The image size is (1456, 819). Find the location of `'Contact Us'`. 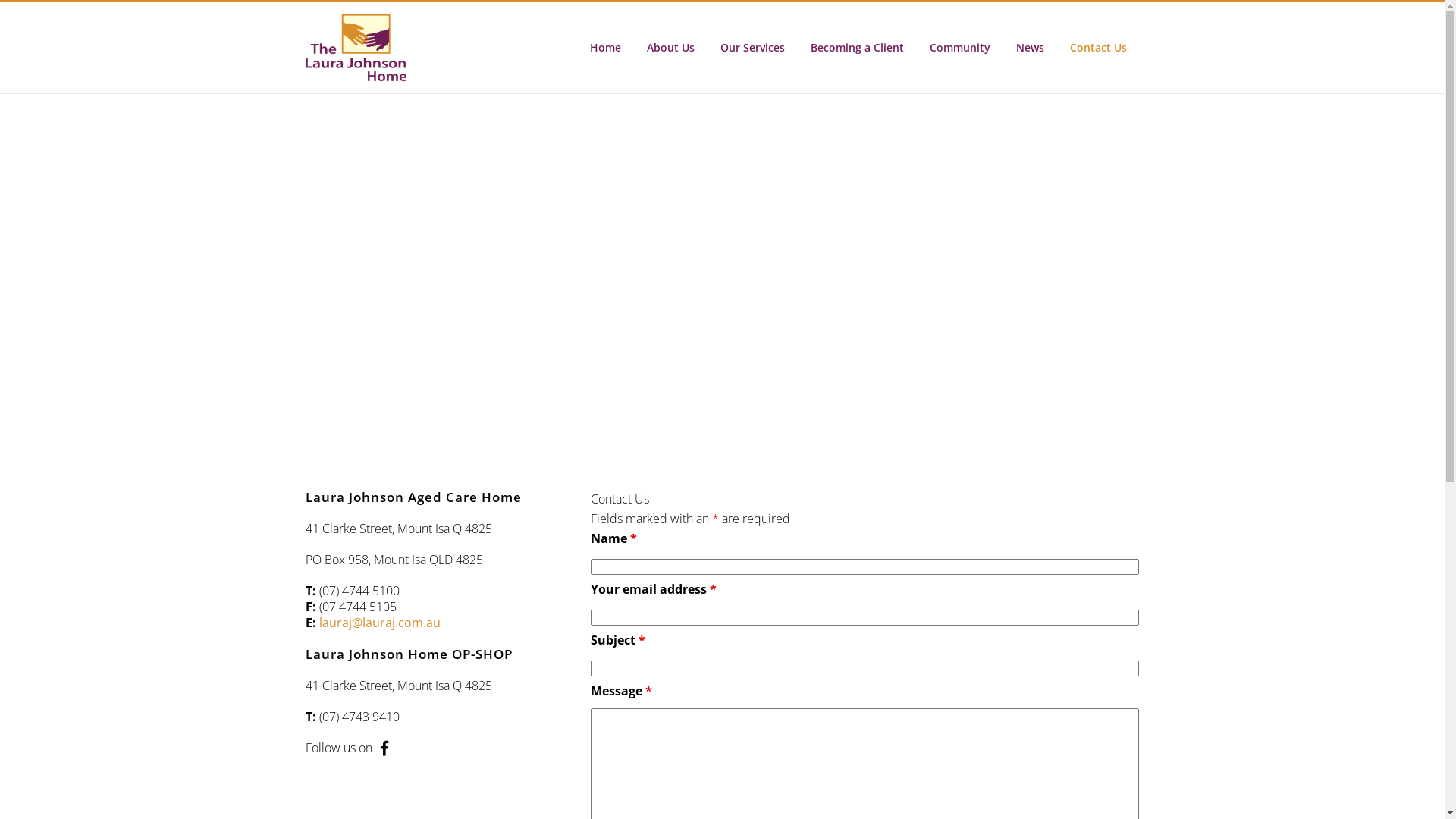

'Contact Us' is located at coordinates (1098, 46).